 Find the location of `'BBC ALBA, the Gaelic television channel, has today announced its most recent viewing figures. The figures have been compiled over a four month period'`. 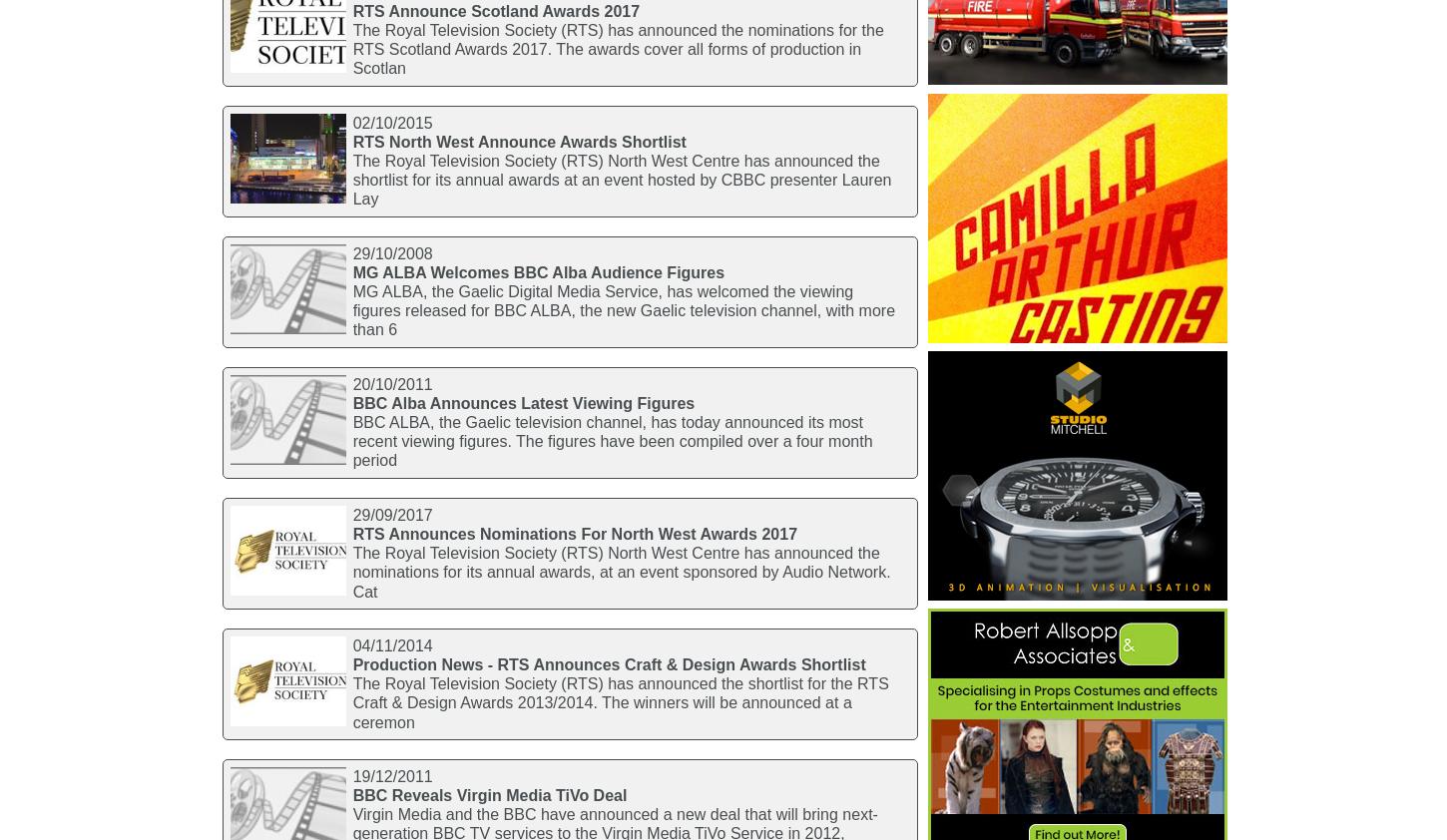

'BBC ALBA, the Gaelic television channel, has today announced its most recent viewing figures. The figures have been compiled over a four month period' is located at coordinates (611, 440).